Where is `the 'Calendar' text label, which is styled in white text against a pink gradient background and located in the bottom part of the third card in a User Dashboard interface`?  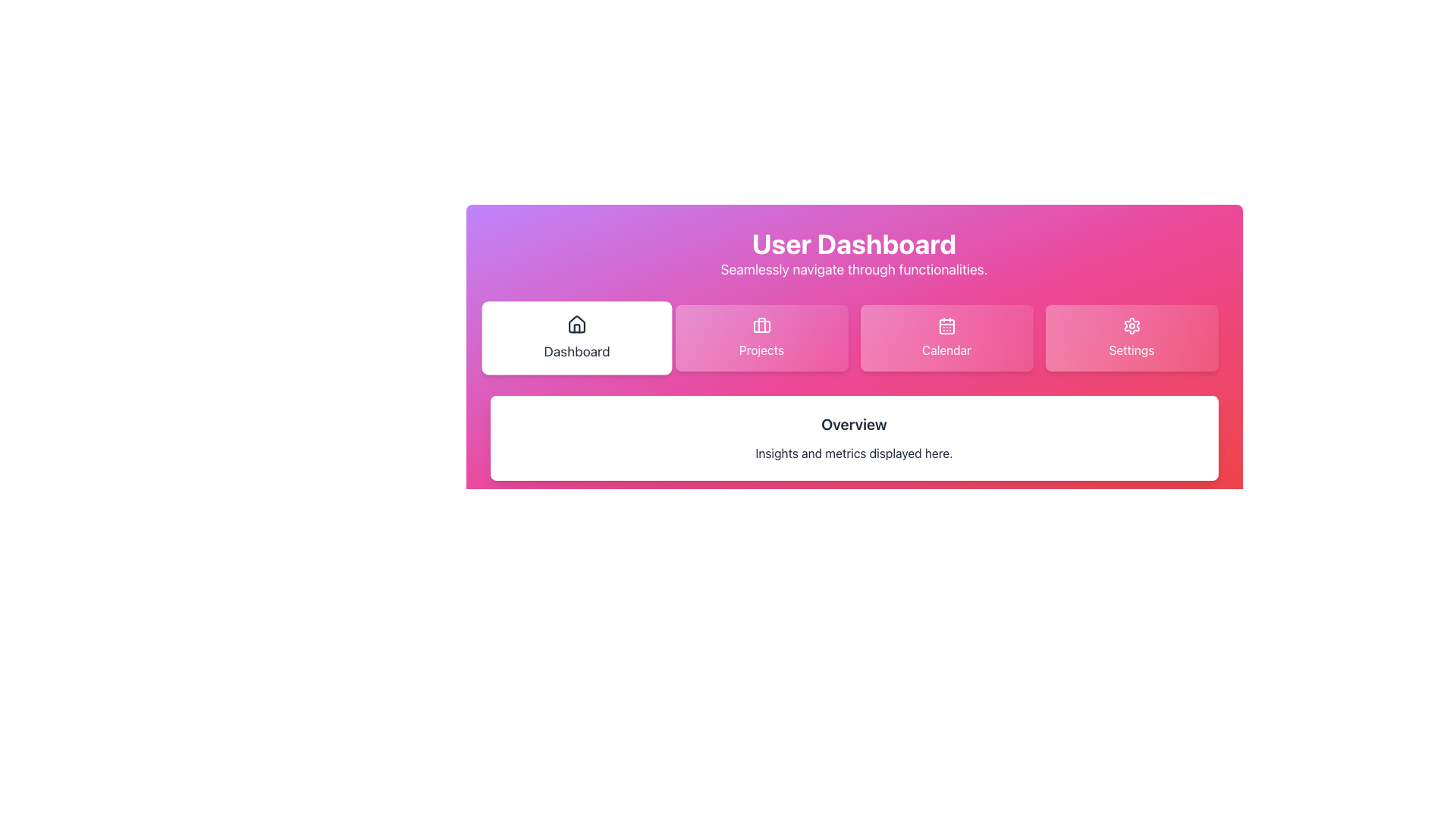 the 'Calendar' text label, which is styled in white text against a pink gradient background and located in the bottom part of the third card in a User Dashboard interface is located at coordinates (946, 350).